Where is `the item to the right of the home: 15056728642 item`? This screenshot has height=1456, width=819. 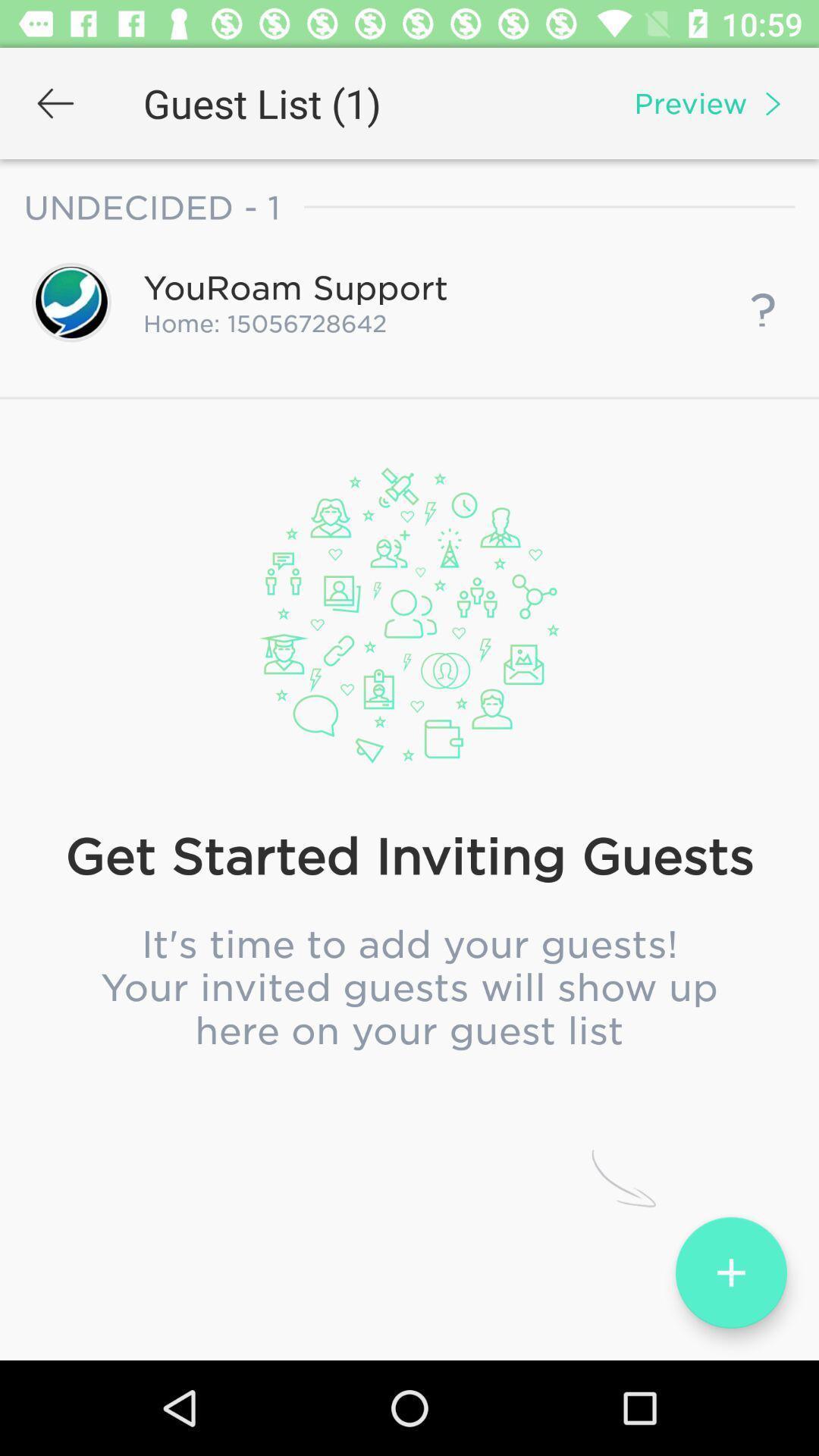
the item to the right of the home: 15056728642 item is located at coordinates (763, 302).